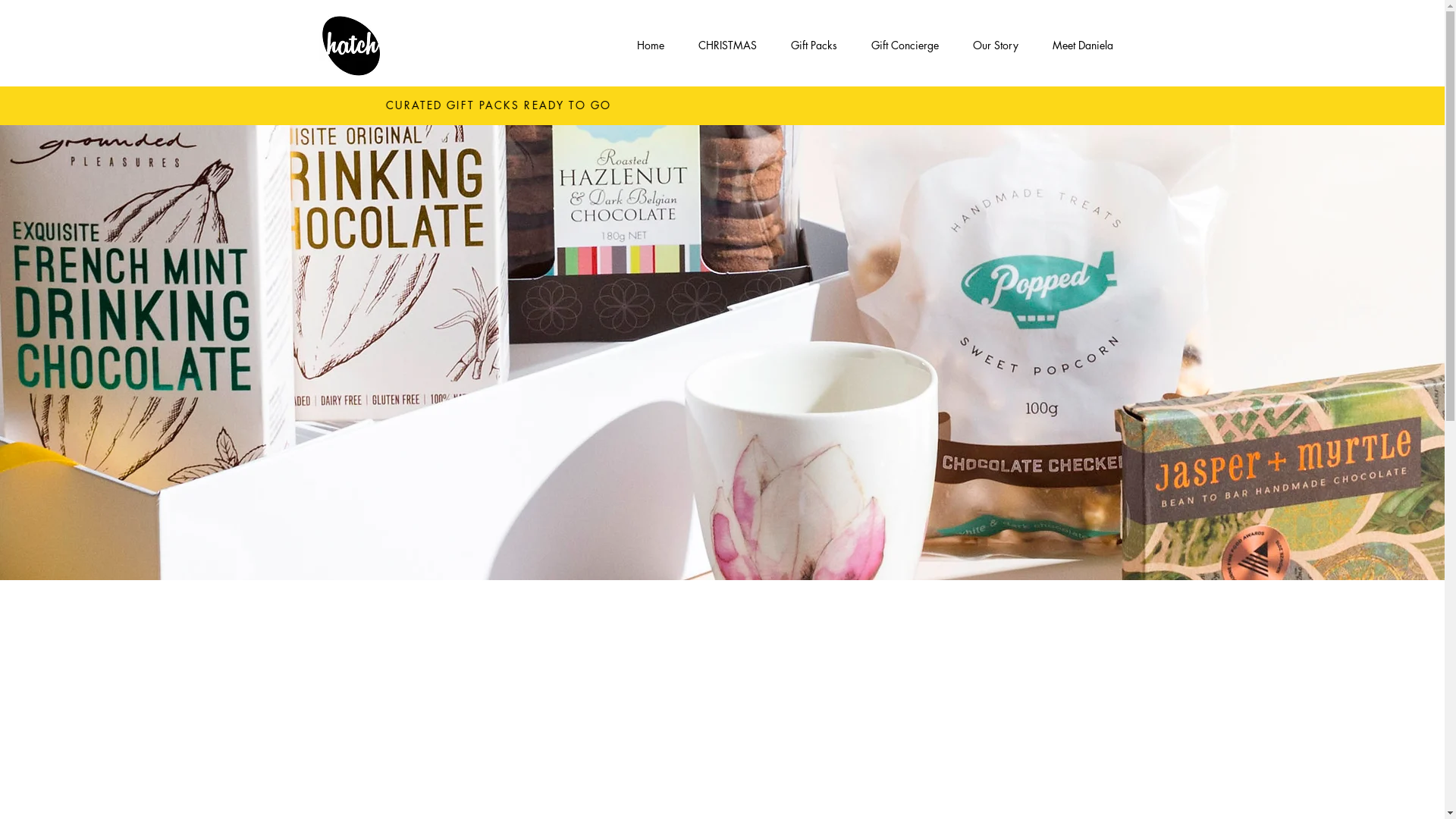  Describe the element at coordinates (651, 45) in the screenshot. I see `'Home'` at that location.